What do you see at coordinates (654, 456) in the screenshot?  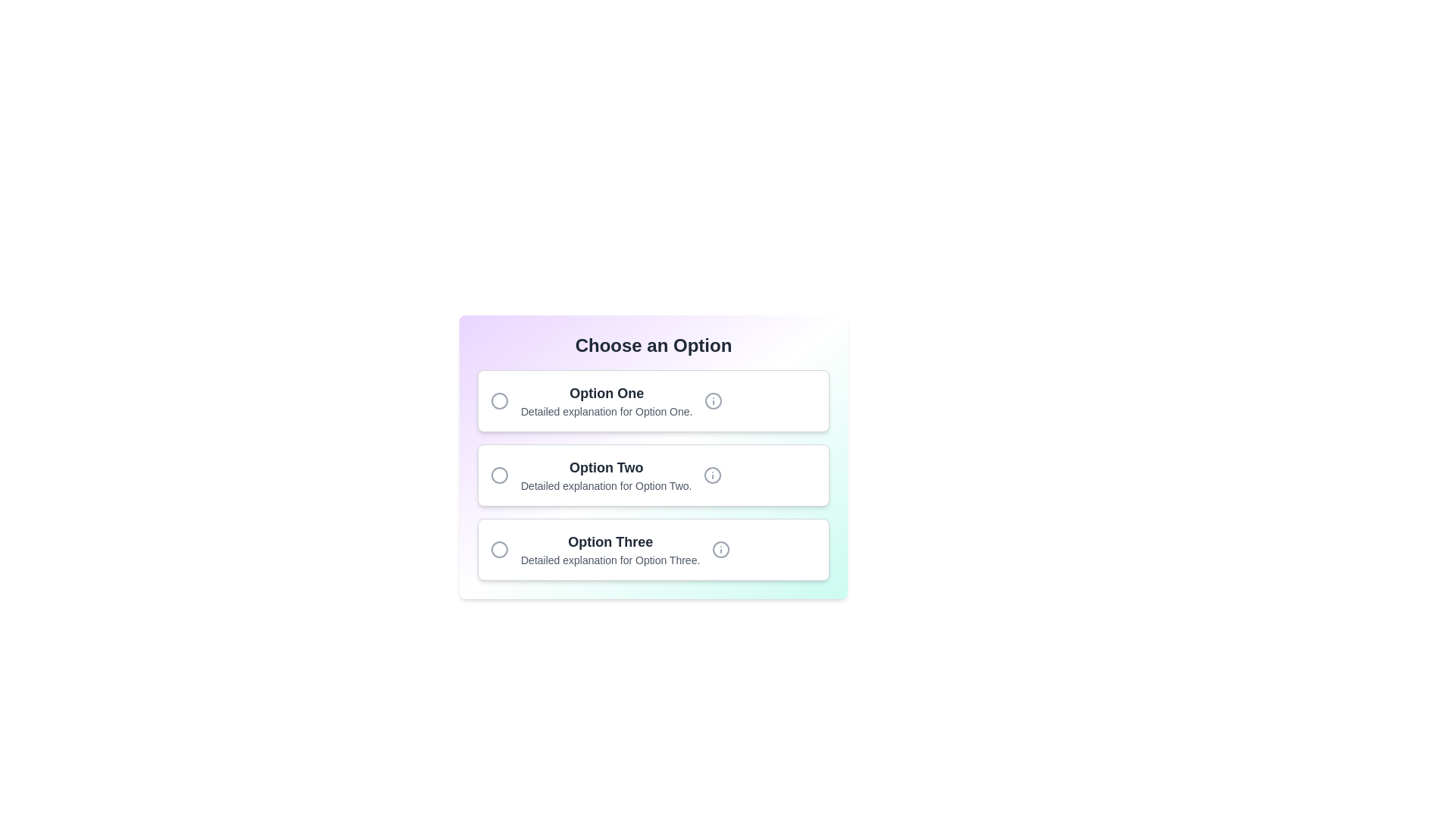 I see `the second selectable option in the list, which has a gradient background transitioning from purple to teal` at bounding box center [654, 456].